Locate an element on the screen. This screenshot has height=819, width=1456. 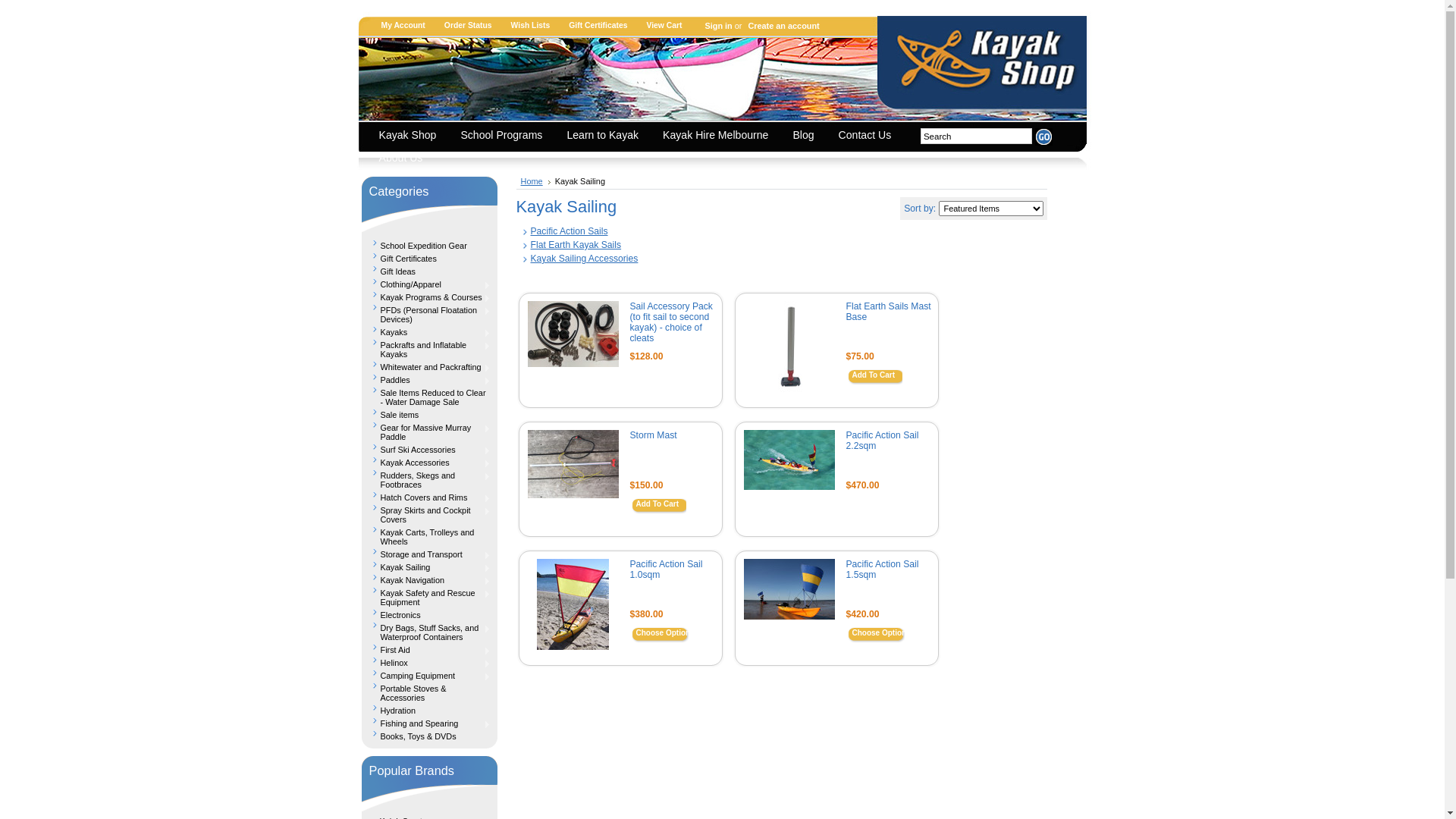
'View Cart' is located at coordinates (669, 25).